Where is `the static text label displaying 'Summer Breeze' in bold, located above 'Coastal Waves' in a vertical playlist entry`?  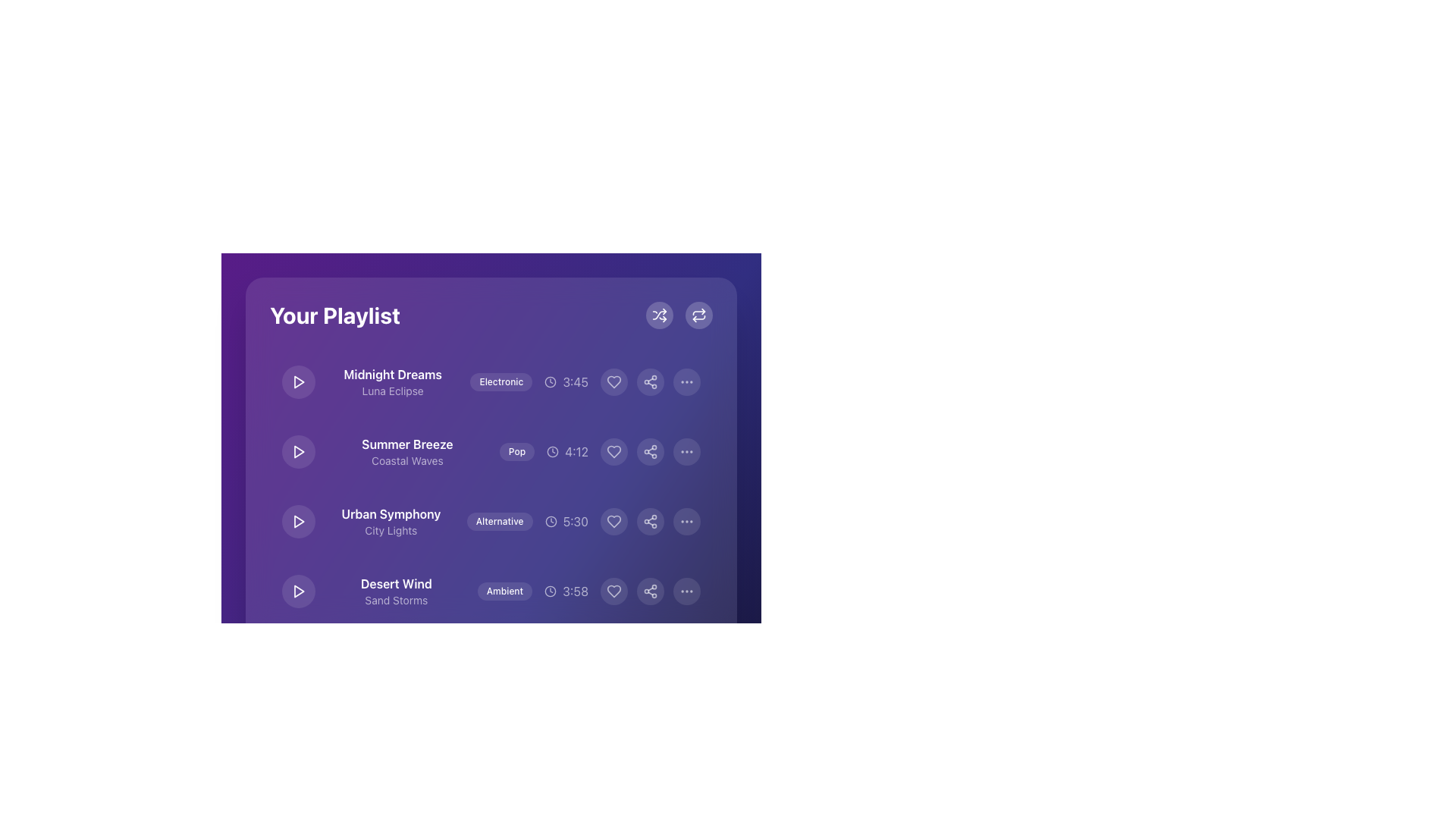
the static text label displaying 'Summer Breeze' in bold, located above 'Coastal Waves' in a vertical playlist entry is located at coordinates (407, 444).